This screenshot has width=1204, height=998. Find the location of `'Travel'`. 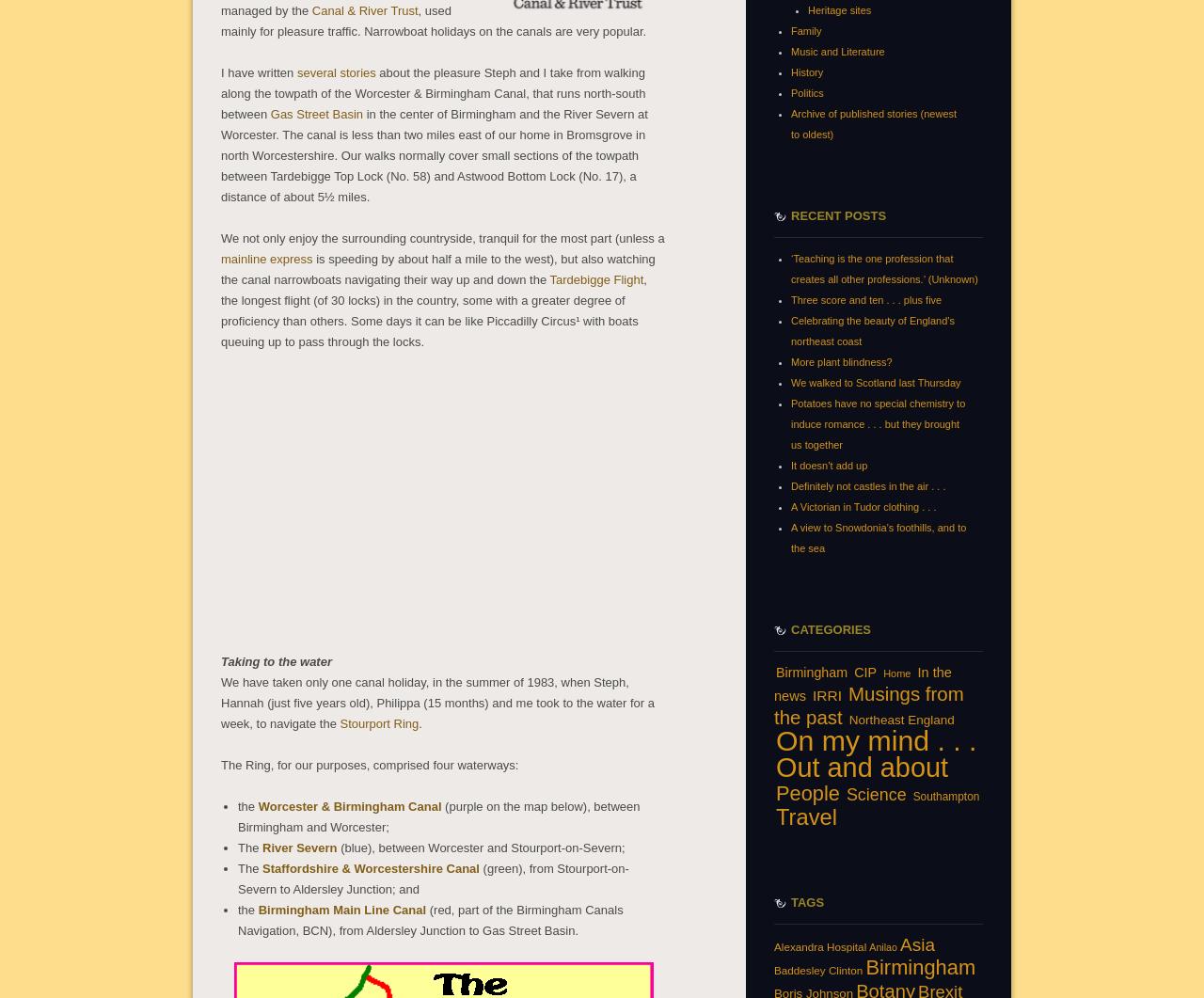

'Travel' is located at coordinates (806, 816).